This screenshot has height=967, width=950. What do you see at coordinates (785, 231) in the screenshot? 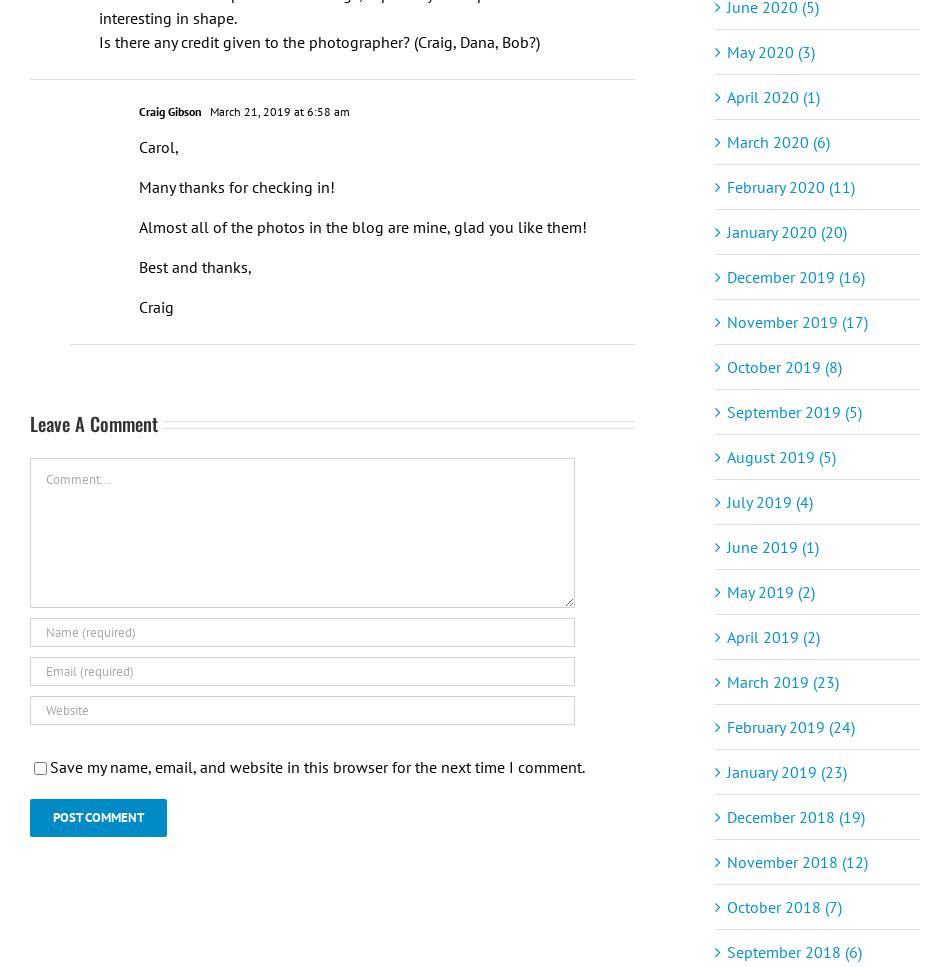
I see `'January 2020 (20)'` at bounding box center [785, 231].